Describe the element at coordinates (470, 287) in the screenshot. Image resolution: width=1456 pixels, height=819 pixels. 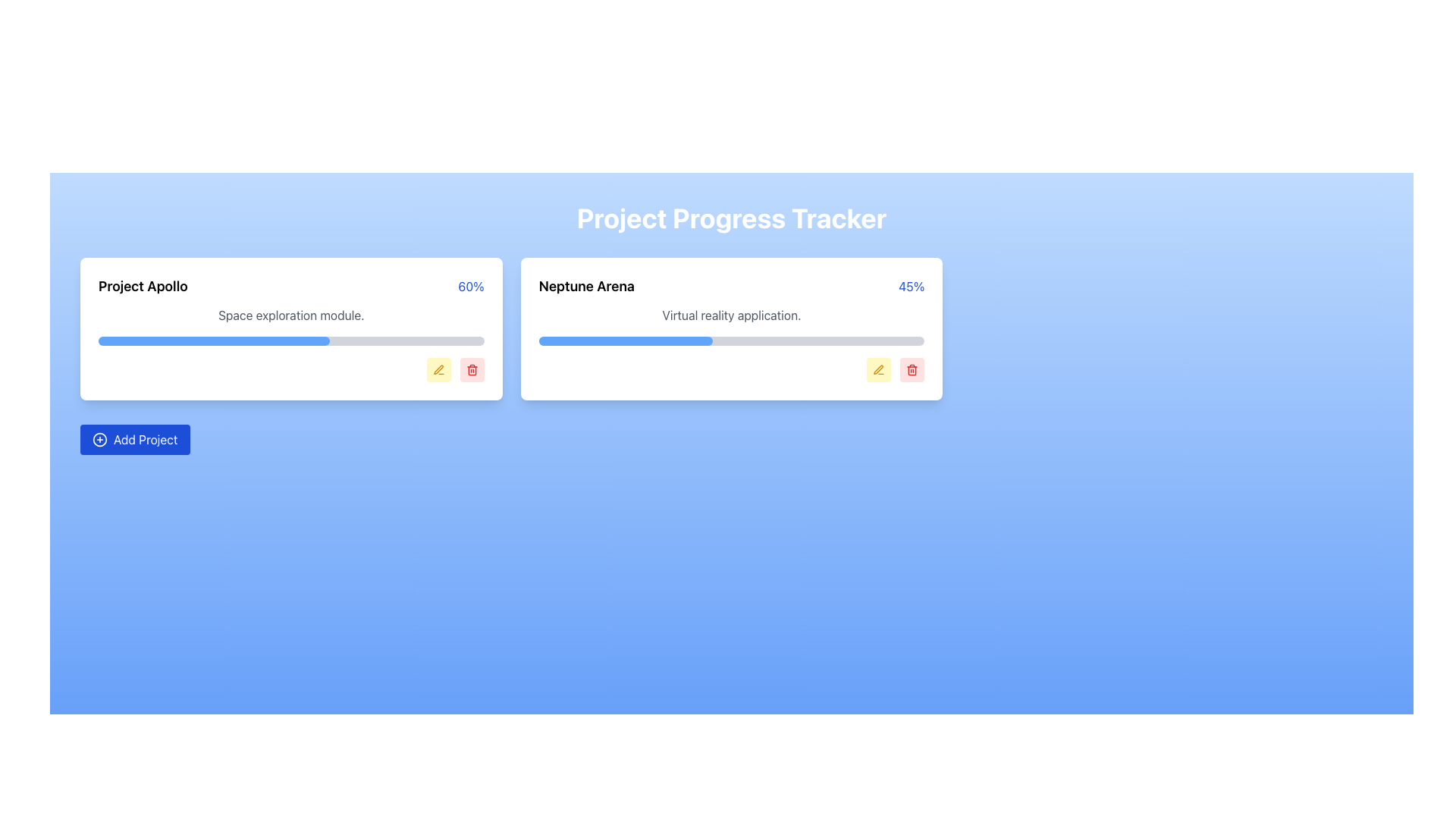
I see `the blue text label displaying '60%' located in the top-right corner of the 'Project Apollo' card` at that location.